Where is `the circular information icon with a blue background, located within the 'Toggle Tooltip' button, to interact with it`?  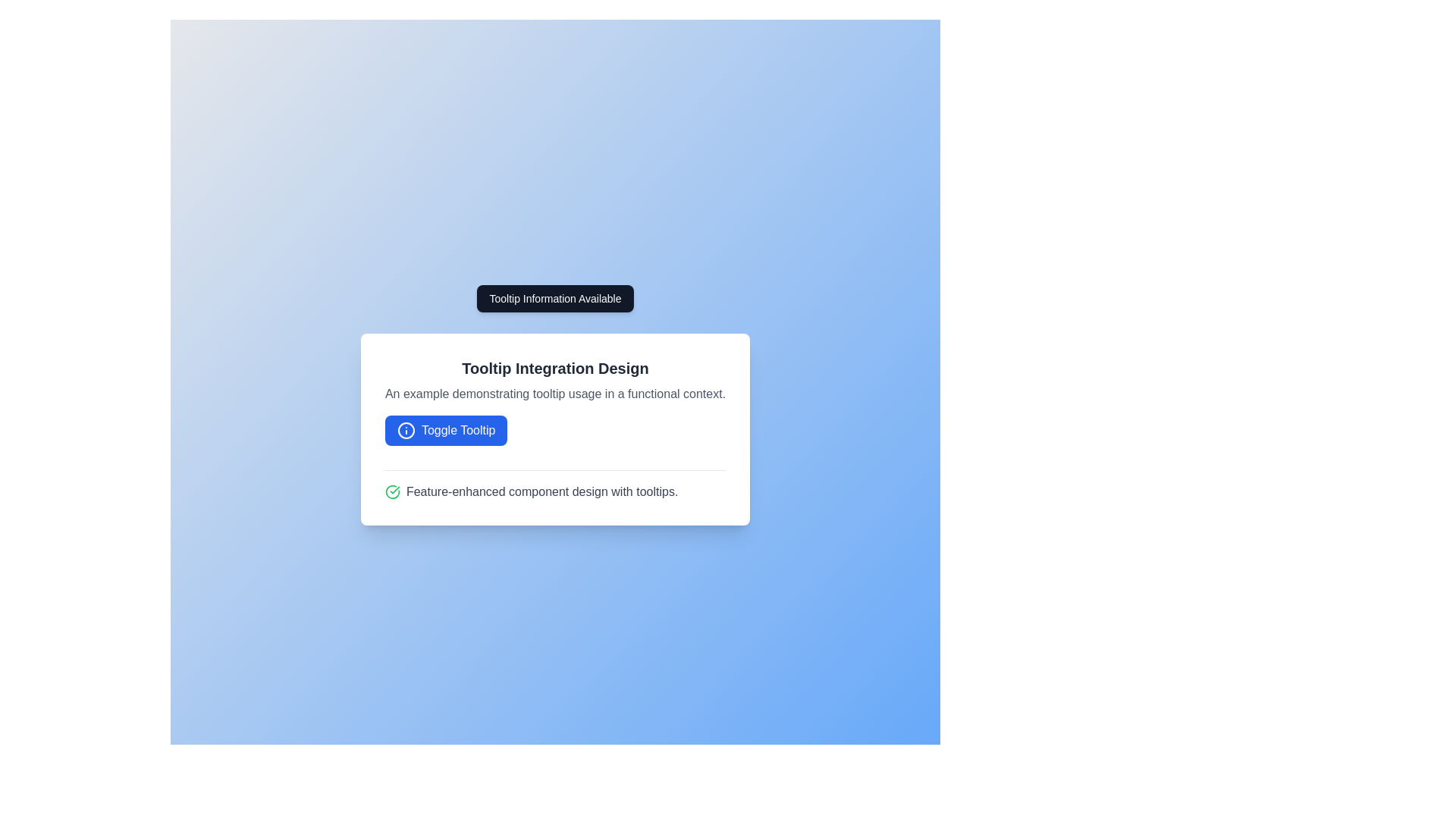 the circular information icon with a blue background, located within the 'Toggle Tooltip' button, to interact with it is located at coordinates (406, 430).